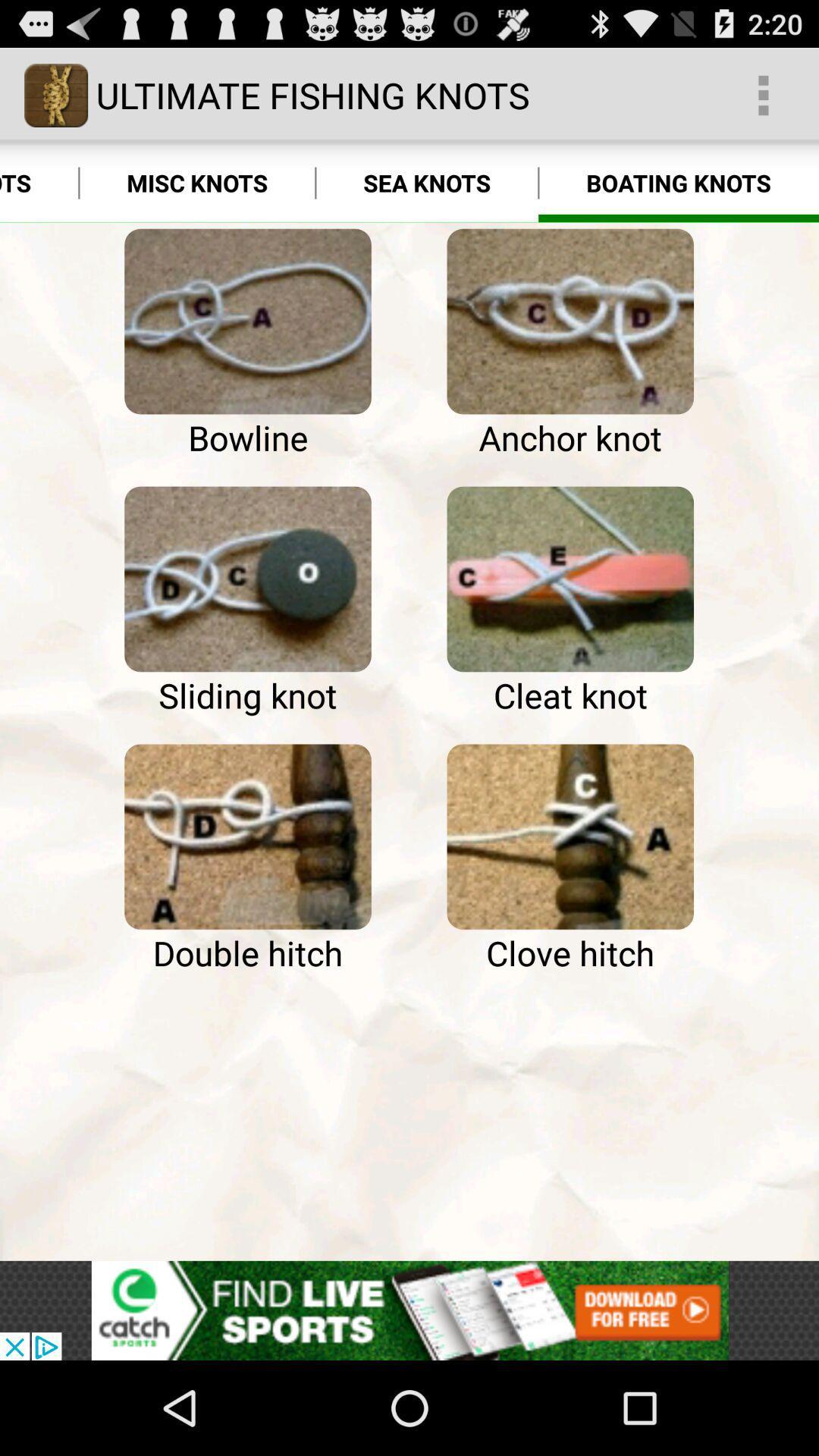  I want to click on option, so click(247, 836).